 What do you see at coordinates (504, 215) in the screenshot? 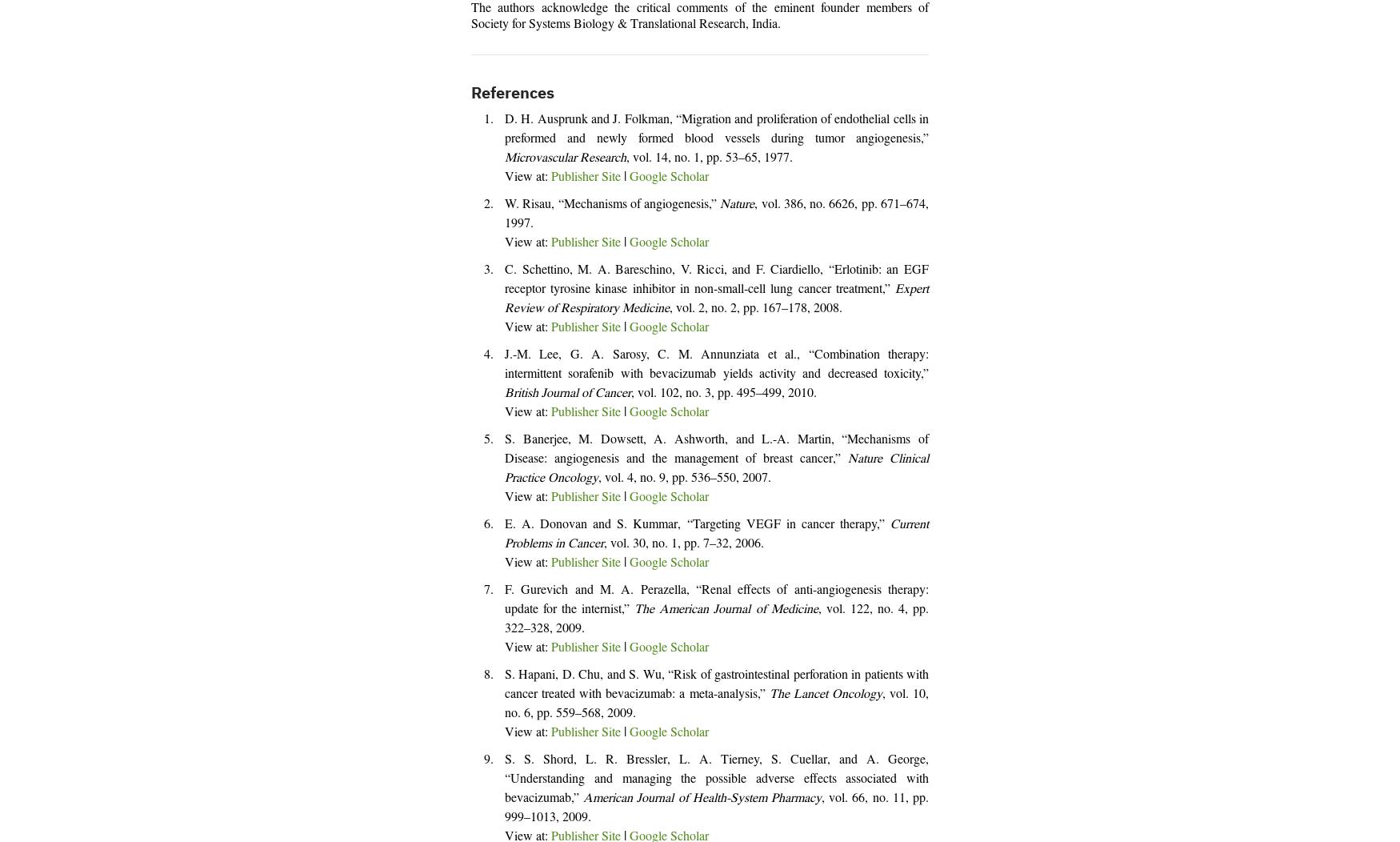
I see `', vol. 386, no. 6626, pp. 671–674, 1997.'` at bounding box center [504, 215].